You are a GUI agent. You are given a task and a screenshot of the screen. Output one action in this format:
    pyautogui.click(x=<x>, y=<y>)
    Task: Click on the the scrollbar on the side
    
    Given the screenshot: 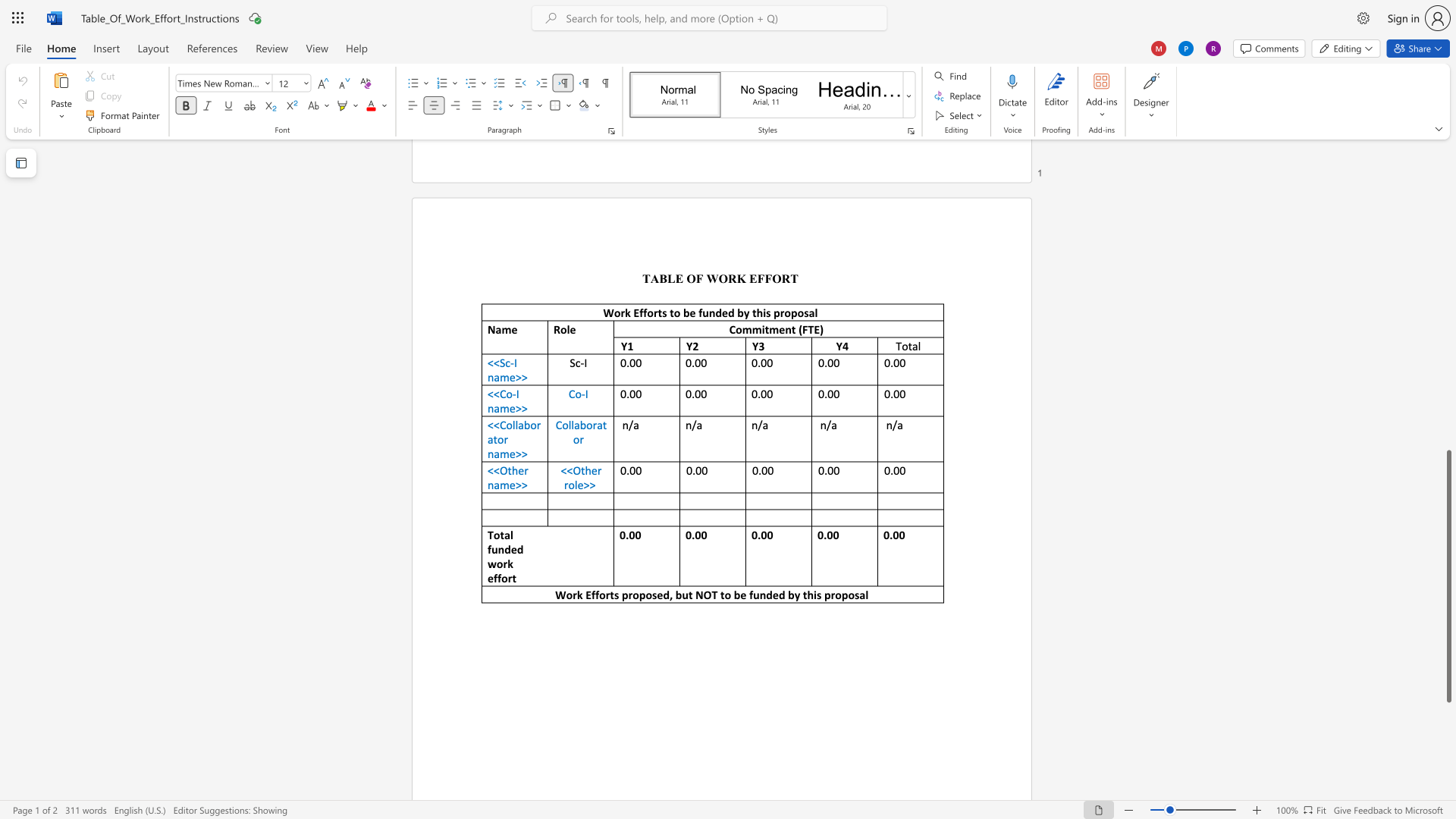 What is the action you would take?
    pyautogui.click(x=1448, y=180)
    